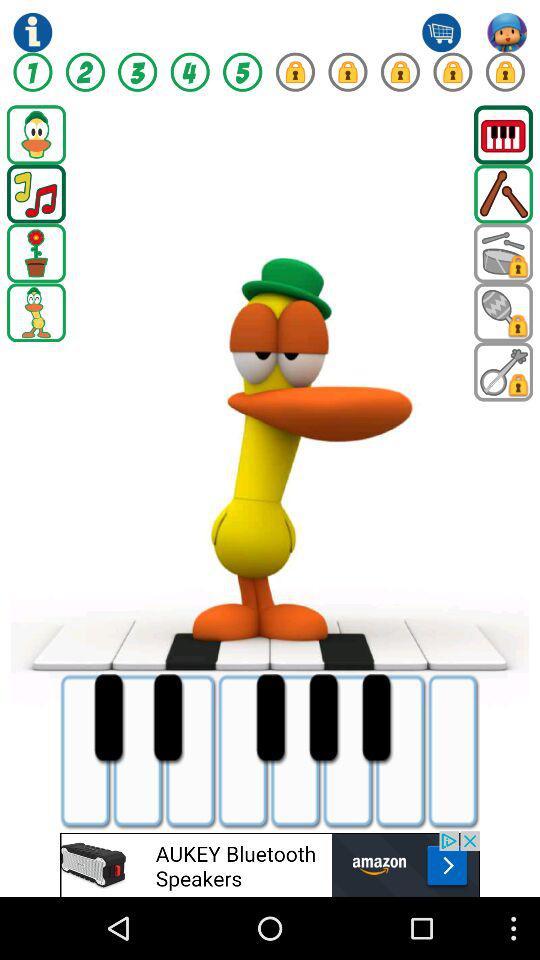 The width and height of the screenshot is (540, 960). Describe the element at coordinates (31, 72) in the screenshot. I see `level 1 button` at that location.